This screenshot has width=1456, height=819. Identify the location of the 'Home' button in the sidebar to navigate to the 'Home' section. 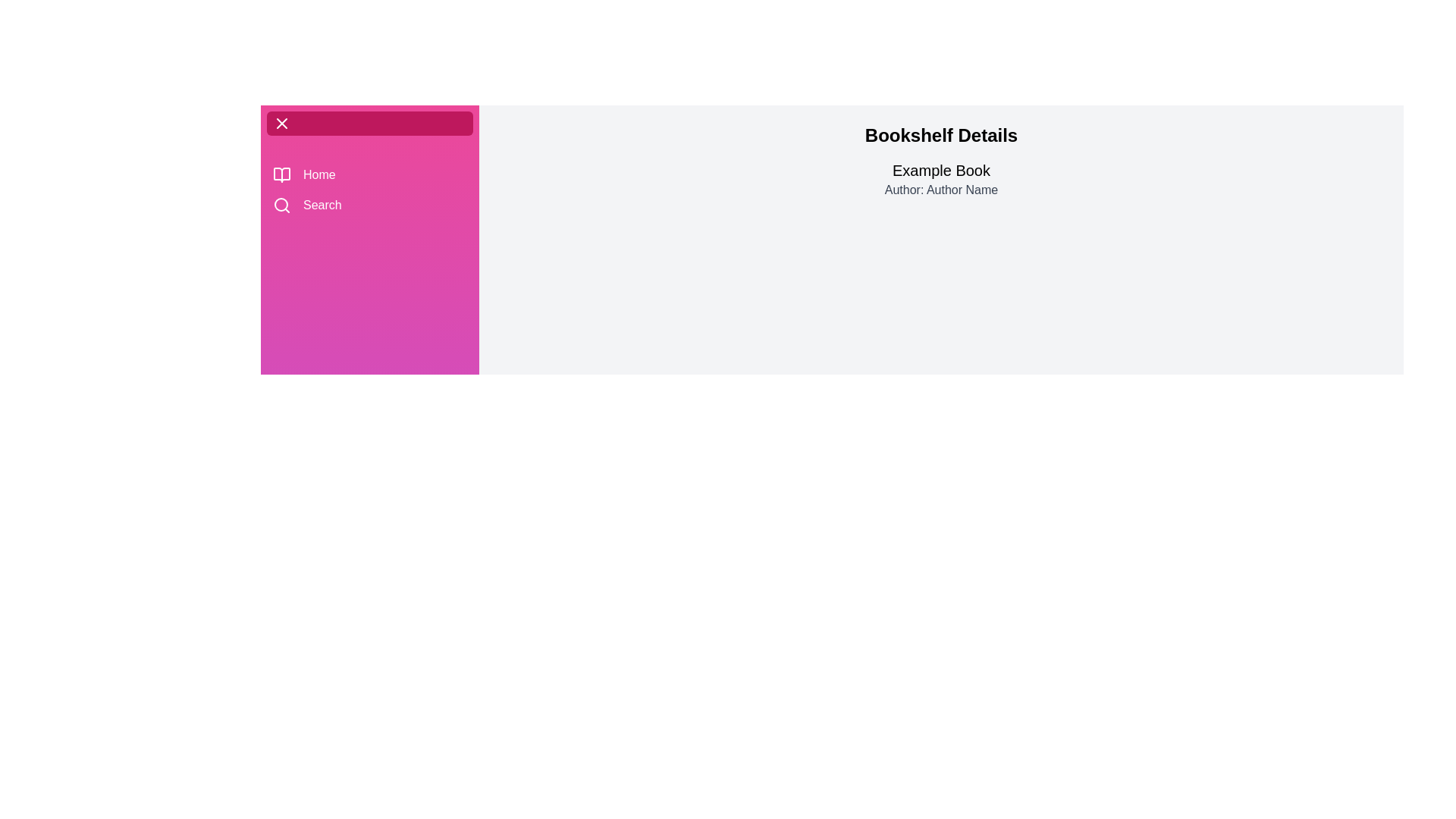
(370, 174).